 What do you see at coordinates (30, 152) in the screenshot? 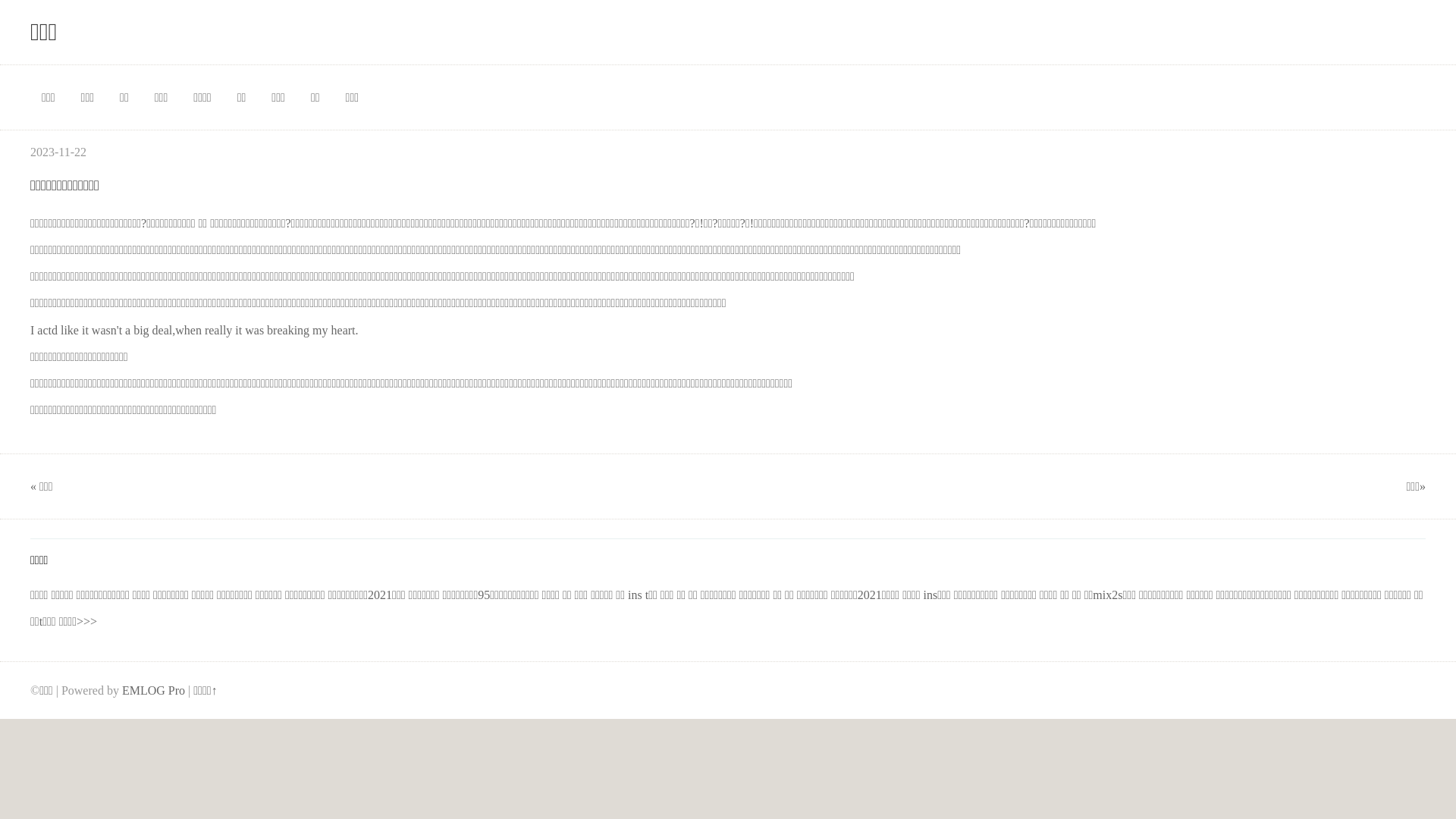
I see `'2023-11-22'` at bounding box center [30, 152].